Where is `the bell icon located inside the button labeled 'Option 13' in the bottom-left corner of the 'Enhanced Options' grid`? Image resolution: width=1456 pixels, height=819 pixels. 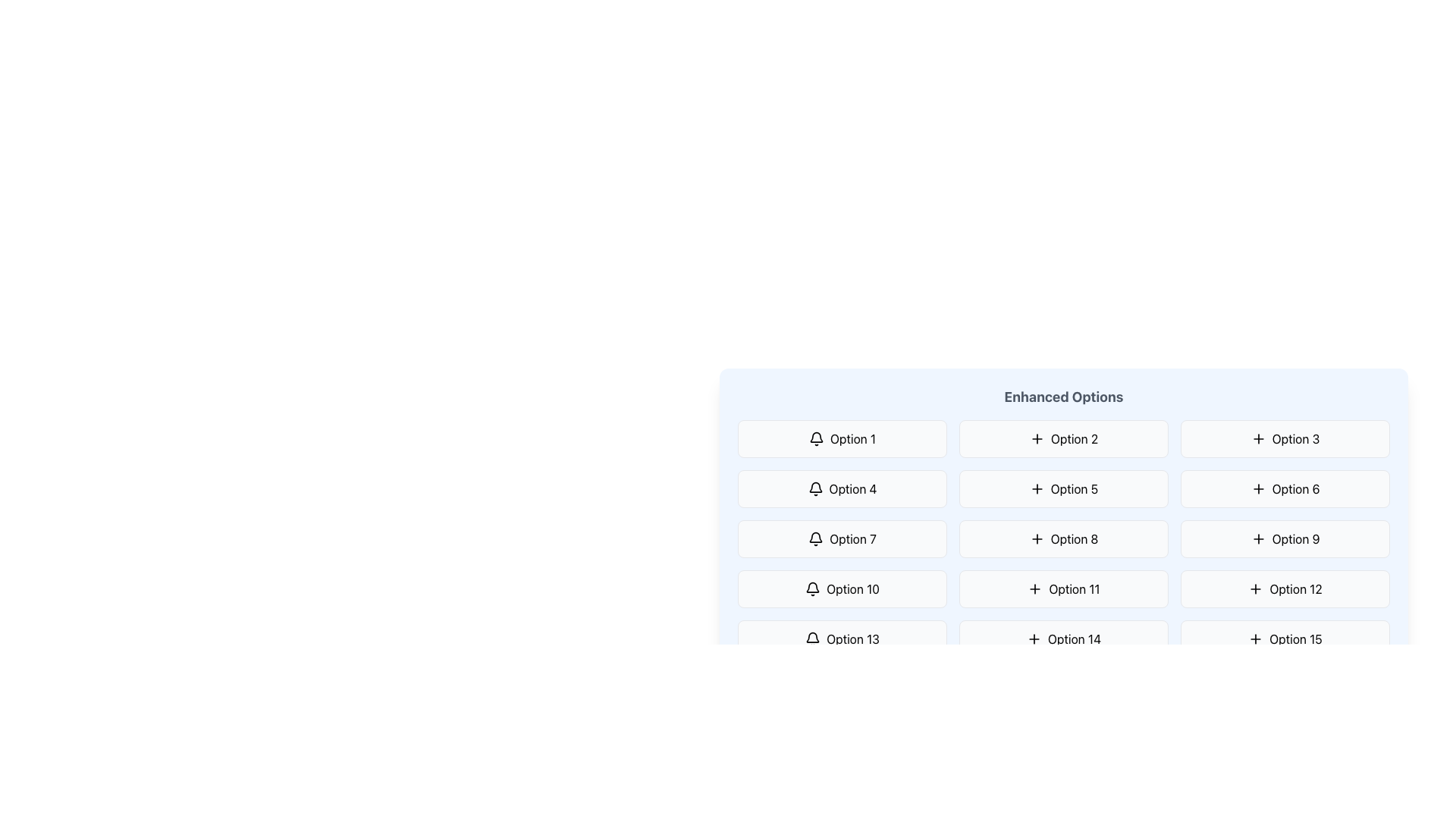 the bell icon located inside the button labeled 'Option 13' in the bottom-left corner of the 'Enhanced Options' grid is located at coordinates (812, 639).